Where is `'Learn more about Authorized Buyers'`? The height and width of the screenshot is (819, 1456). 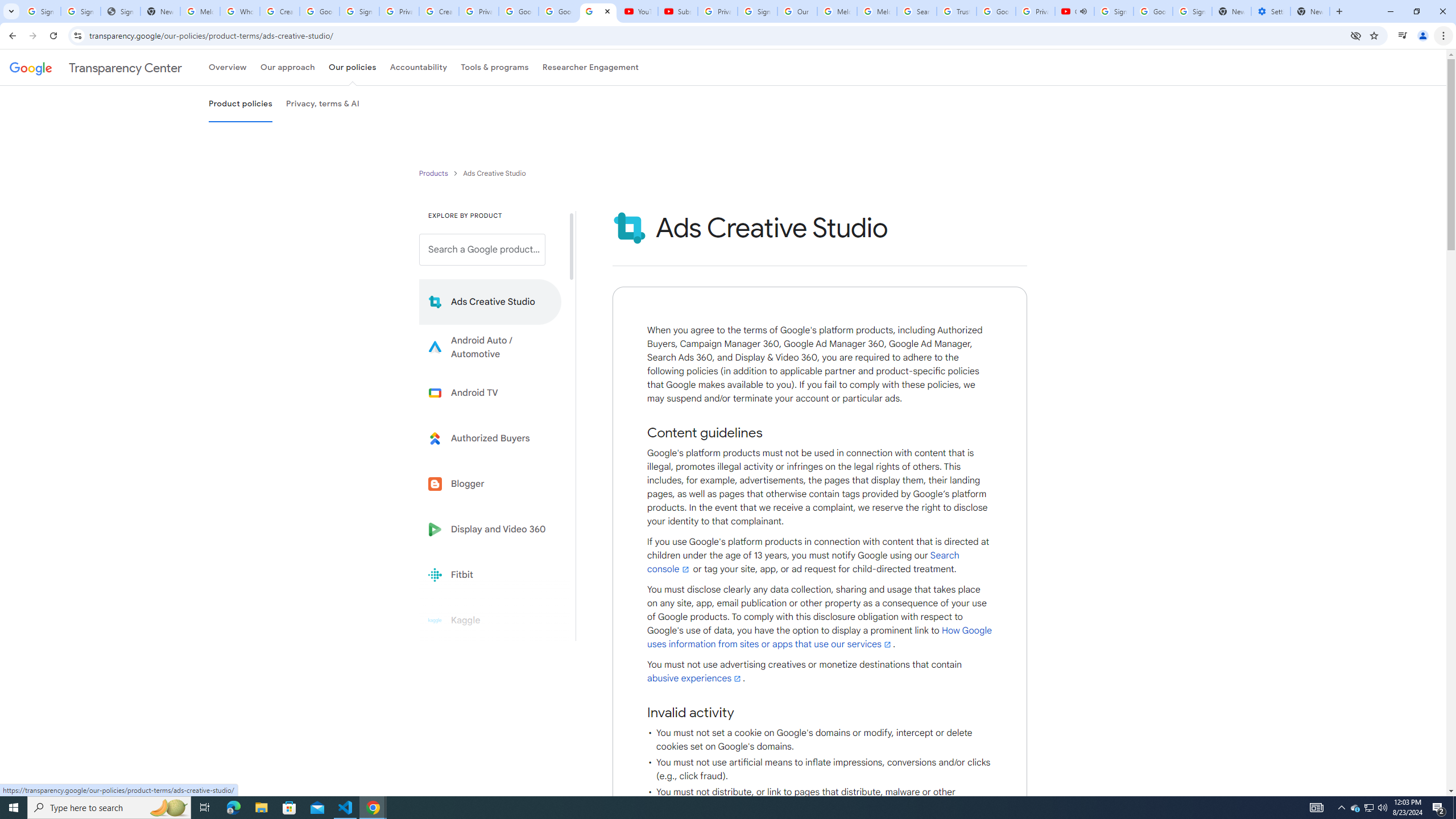 'Learn more about Authorized Buyers' is located at coordinates (490, 438).